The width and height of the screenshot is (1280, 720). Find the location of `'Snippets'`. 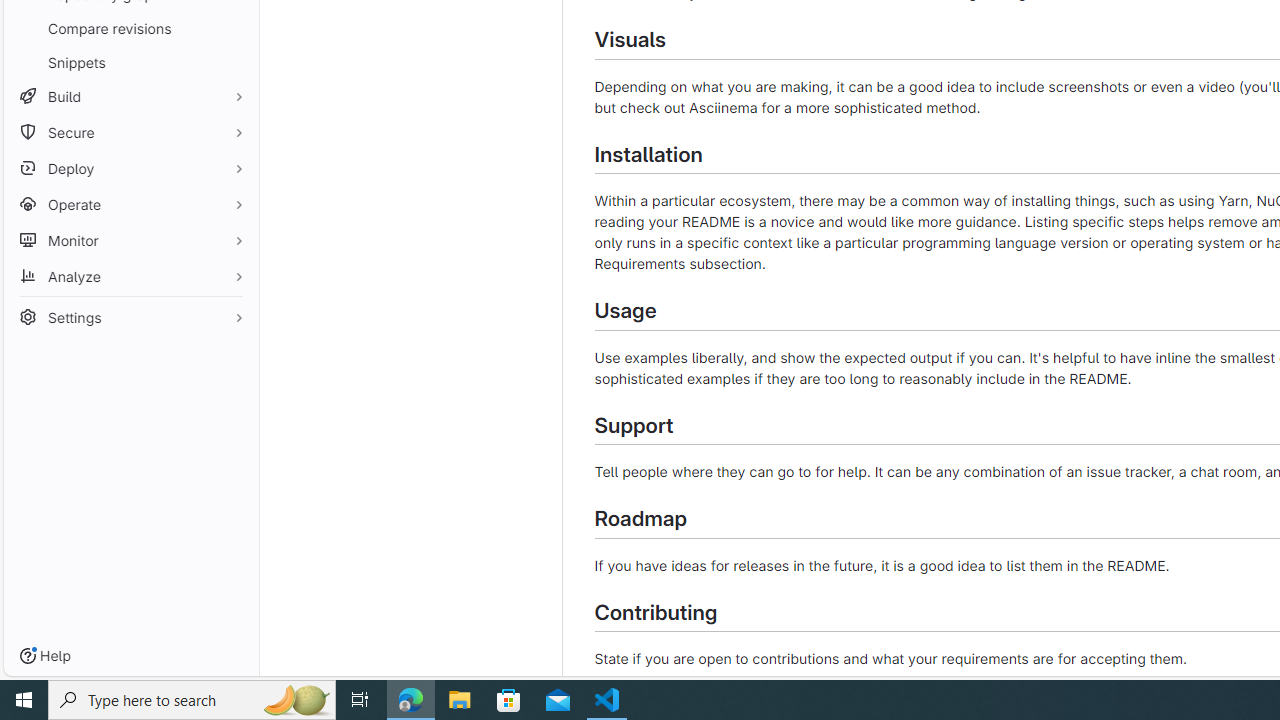

'Snippets' is located at coordinates (130, 61).